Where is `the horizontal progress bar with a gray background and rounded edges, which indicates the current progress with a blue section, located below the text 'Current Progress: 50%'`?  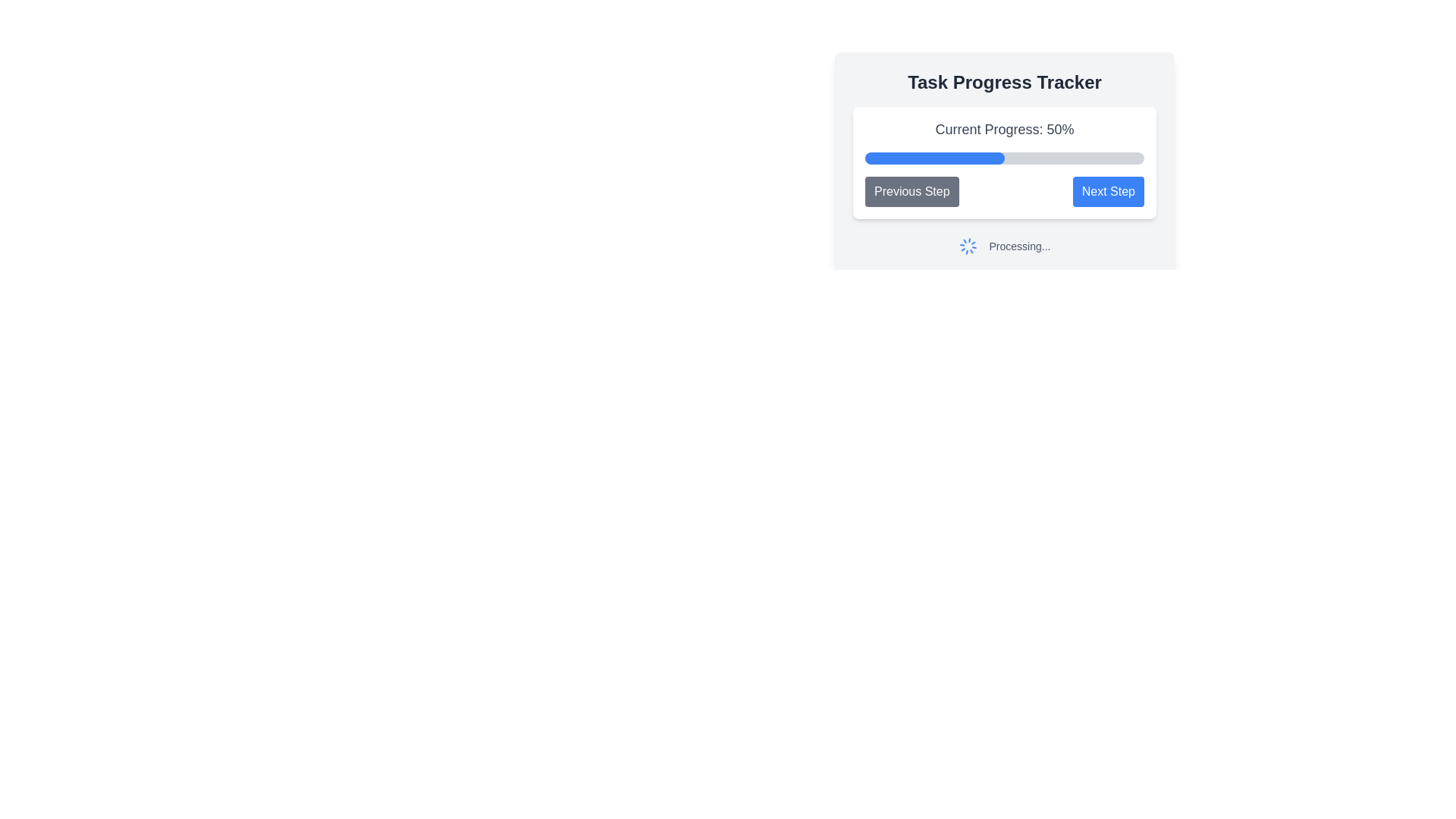
the horizontal progress bar with a gray background and rounded edges, which indicates the current progress with a blue section, located below the text 'Current Progress: 50%' is located at coordinates (1004, 158).